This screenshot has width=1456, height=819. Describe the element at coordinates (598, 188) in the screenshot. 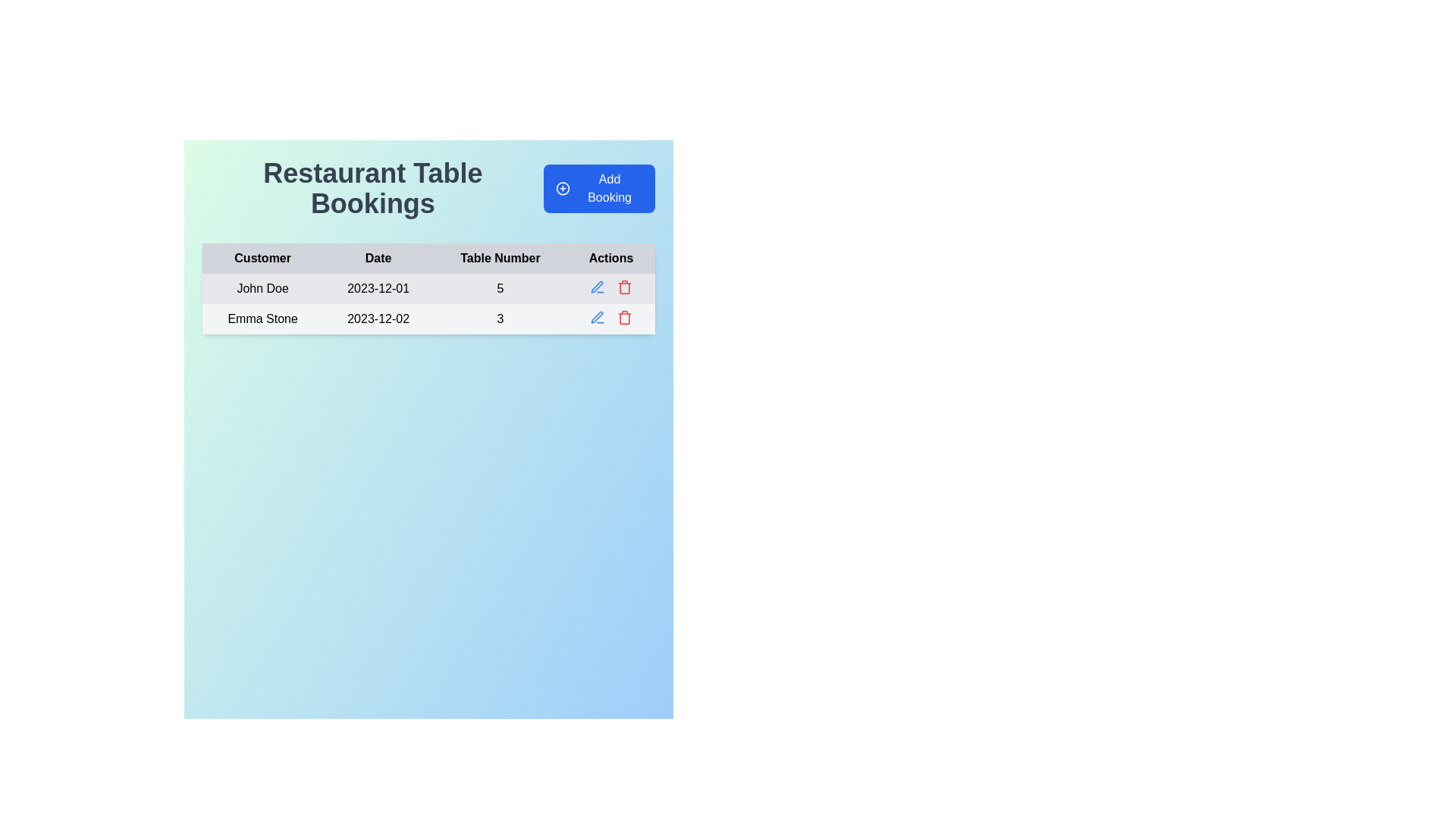

I see `the 'Add Booking' button, which is a rectangular button with a blue background and white text, located to the right of the 'Restaurant Table Bookings' heading, to initiate the add booking process` at that location.